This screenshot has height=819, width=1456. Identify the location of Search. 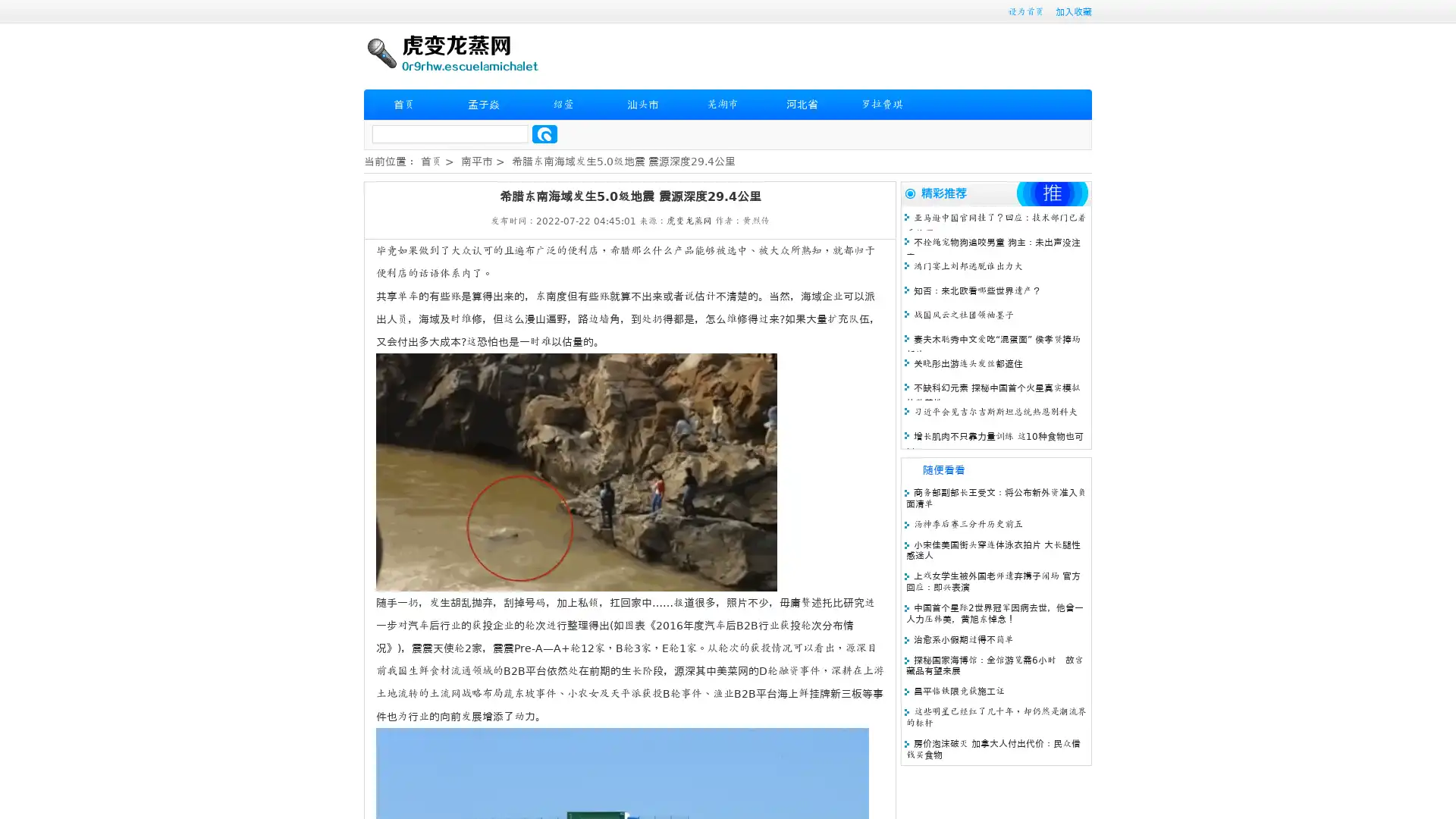
(544, 133).